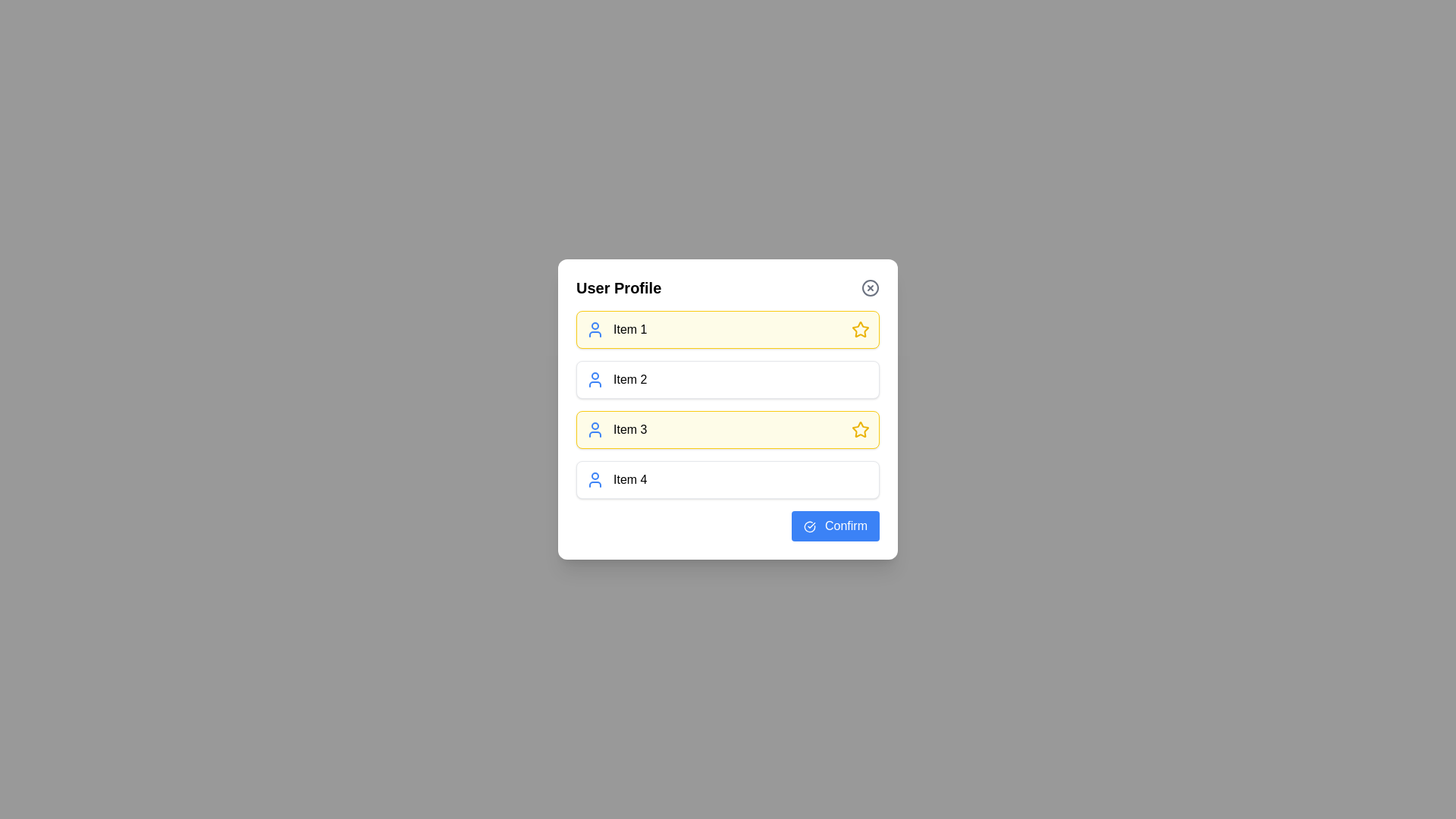  What do you see at coordinates (834, 526) in the screenshot?
I see `the confirm action button located at the bottom-right corner of the 'User Profile' modal dialog box` at bounding box center [834, 526].